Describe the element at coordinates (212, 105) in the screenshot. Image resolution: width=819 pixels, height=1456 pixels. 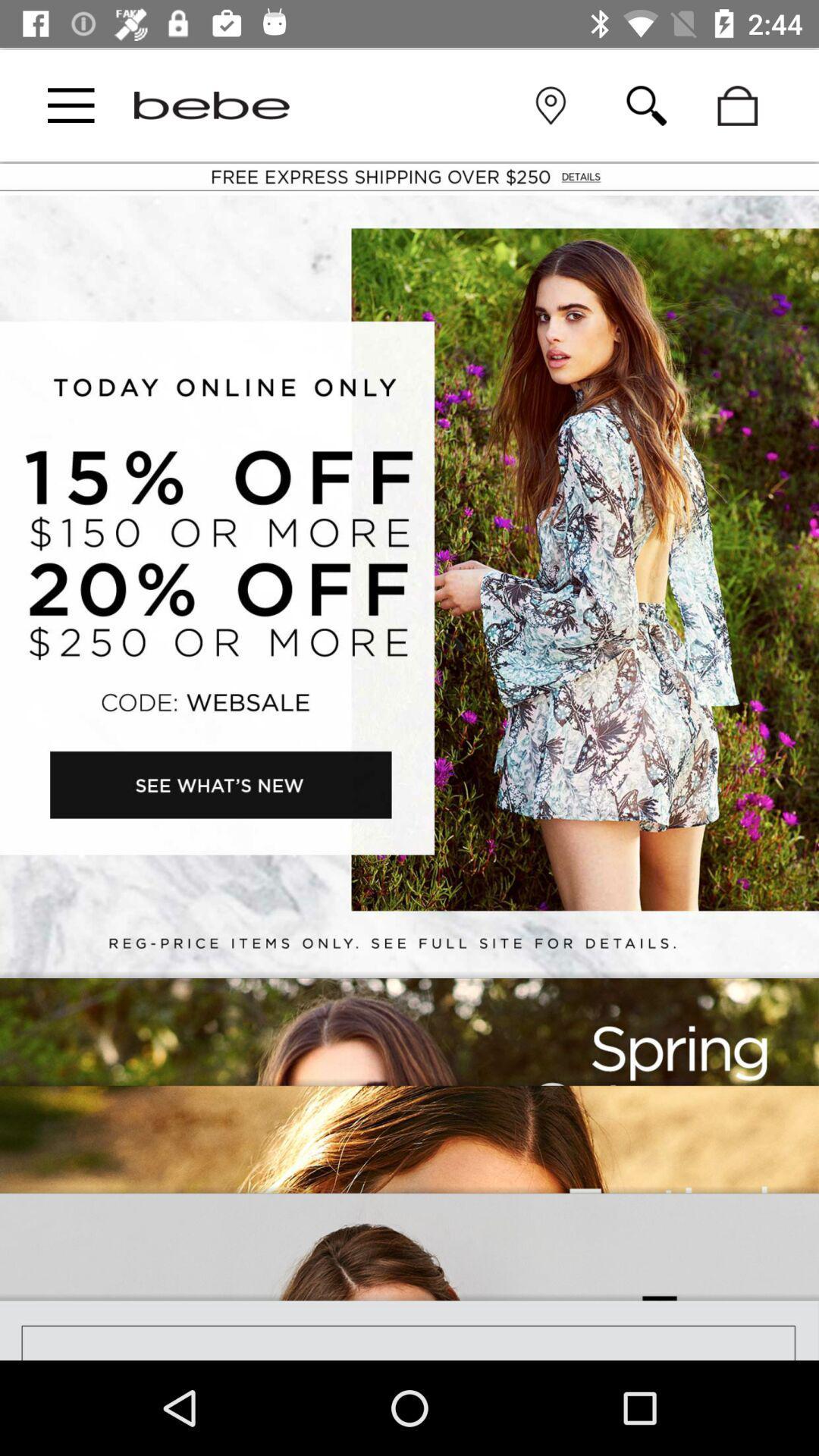
I see `homepage` at that location.